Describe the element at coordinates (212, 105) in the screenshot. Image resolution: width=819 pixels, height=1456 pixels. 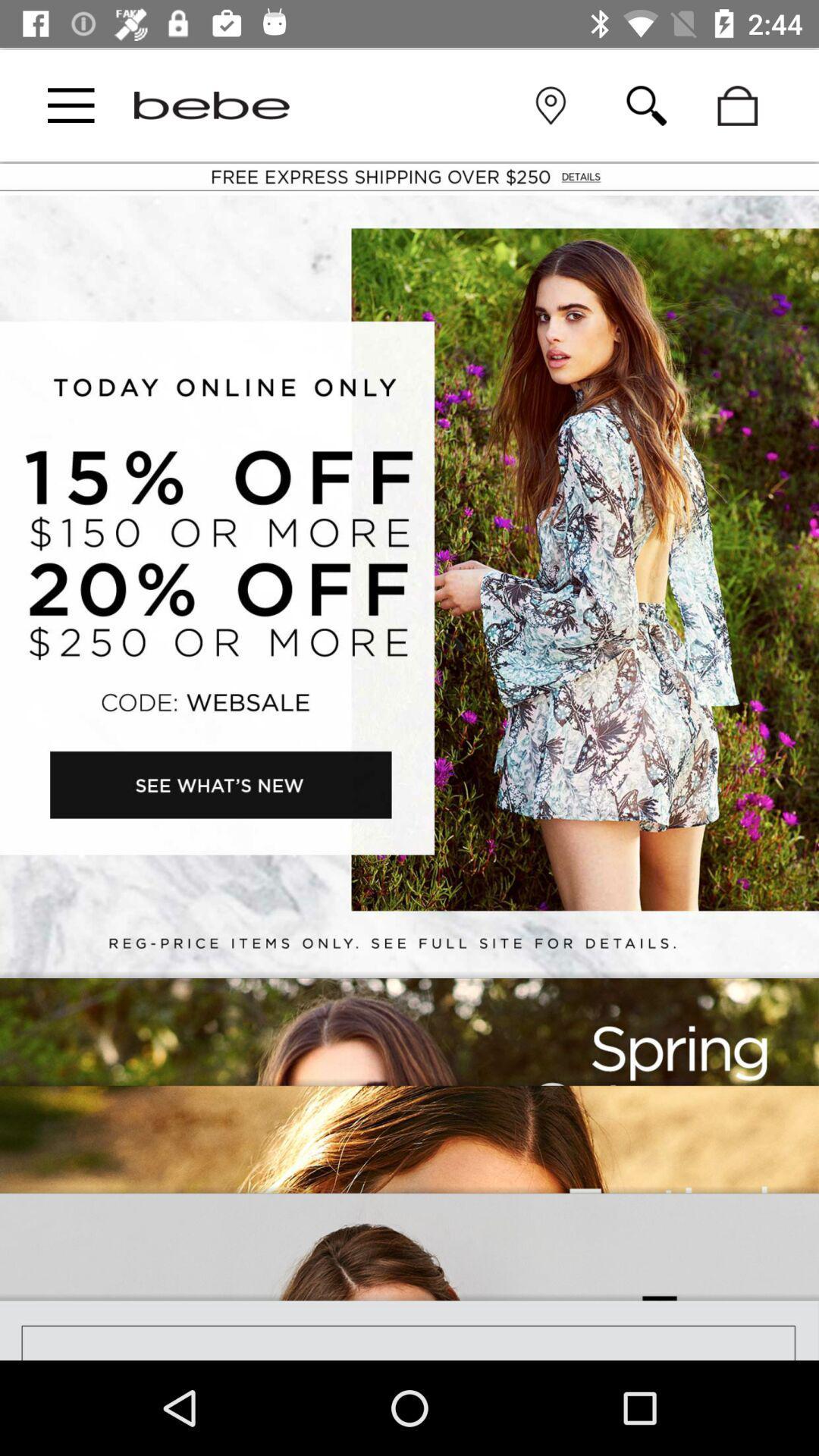
I see `homepage` at that location.